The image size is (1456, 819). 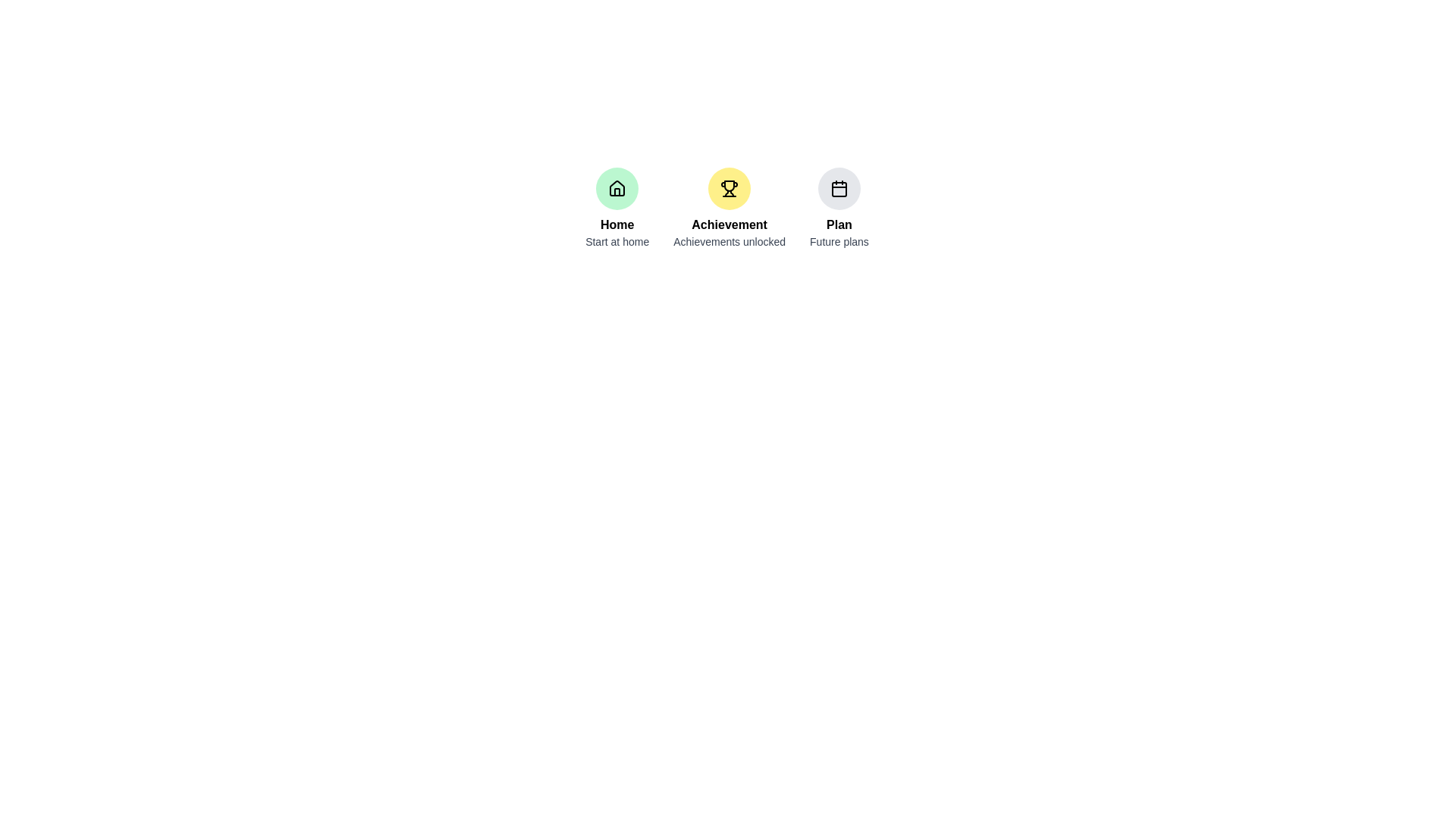 I want to click on the green circular icon with a house icon labeled 'Home', so click(x=617, y=208).